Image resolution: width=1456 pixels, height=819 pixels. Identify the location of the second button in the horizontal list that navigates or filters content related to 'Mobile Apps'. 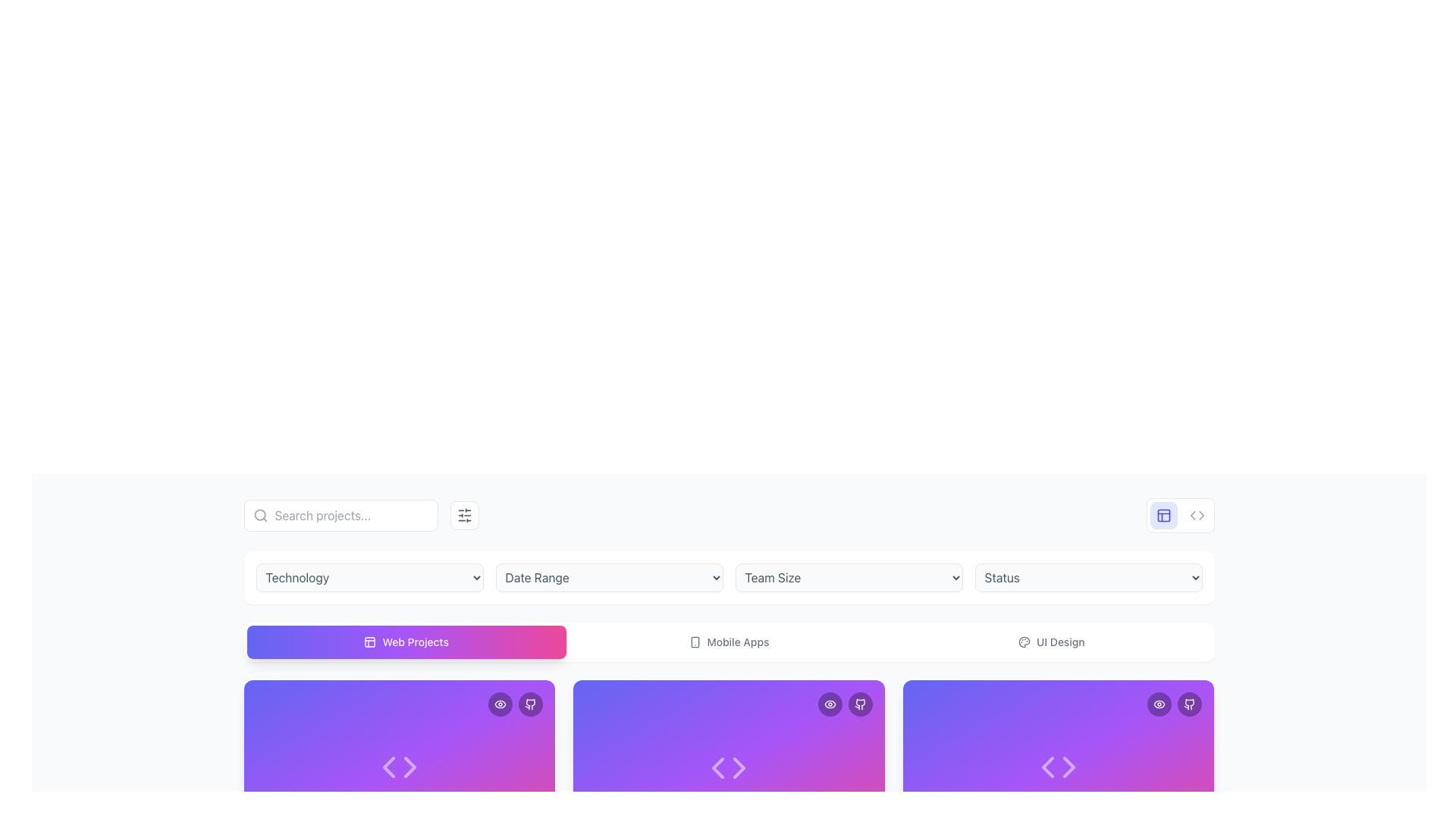
(729, 642).